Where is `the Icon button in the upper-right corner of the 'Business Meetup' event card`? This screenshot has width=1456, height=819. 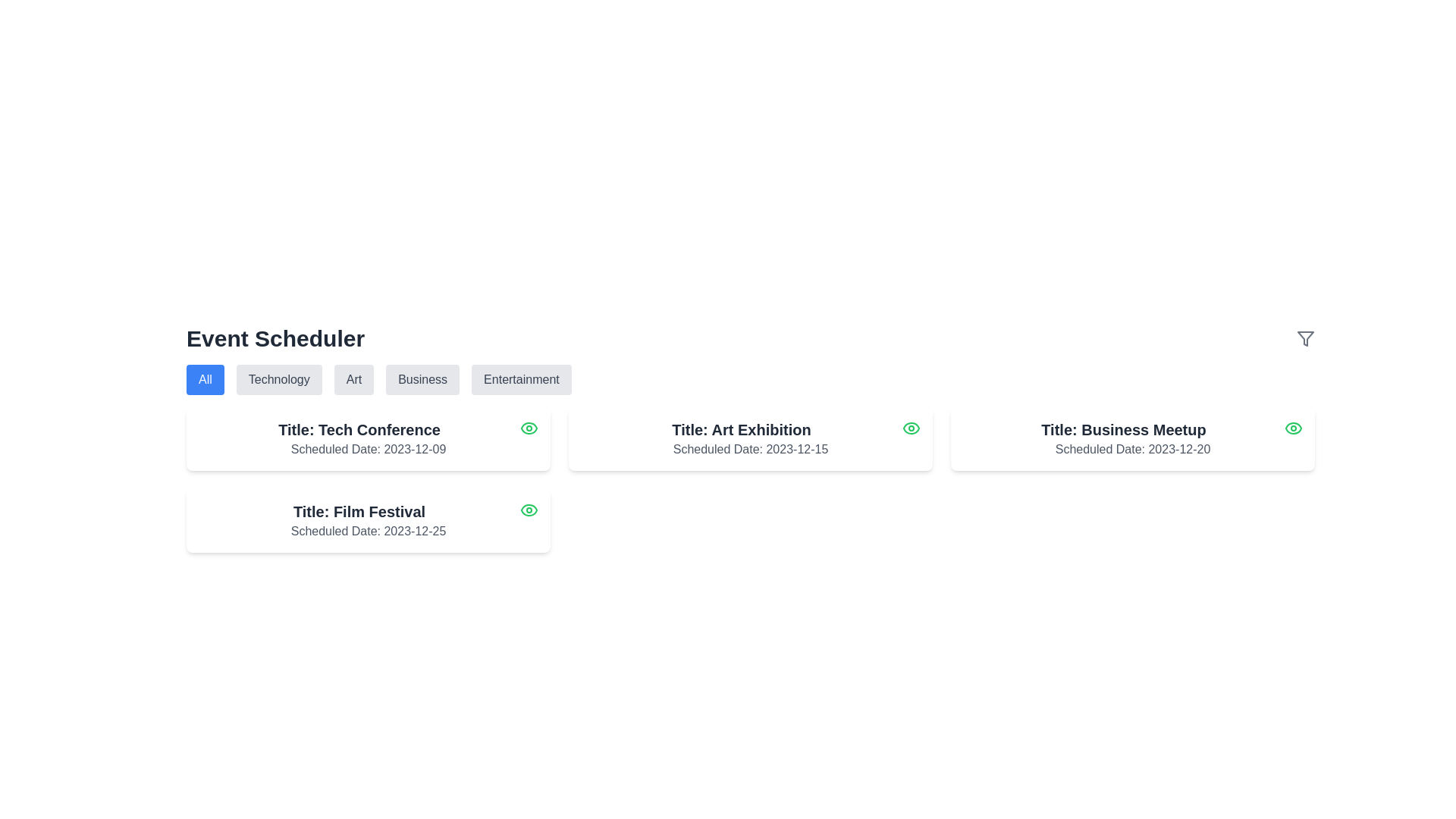
the Icon button in the upper-right corner of the 'Business Meetup' event card is located at coordinates (1292, 428).